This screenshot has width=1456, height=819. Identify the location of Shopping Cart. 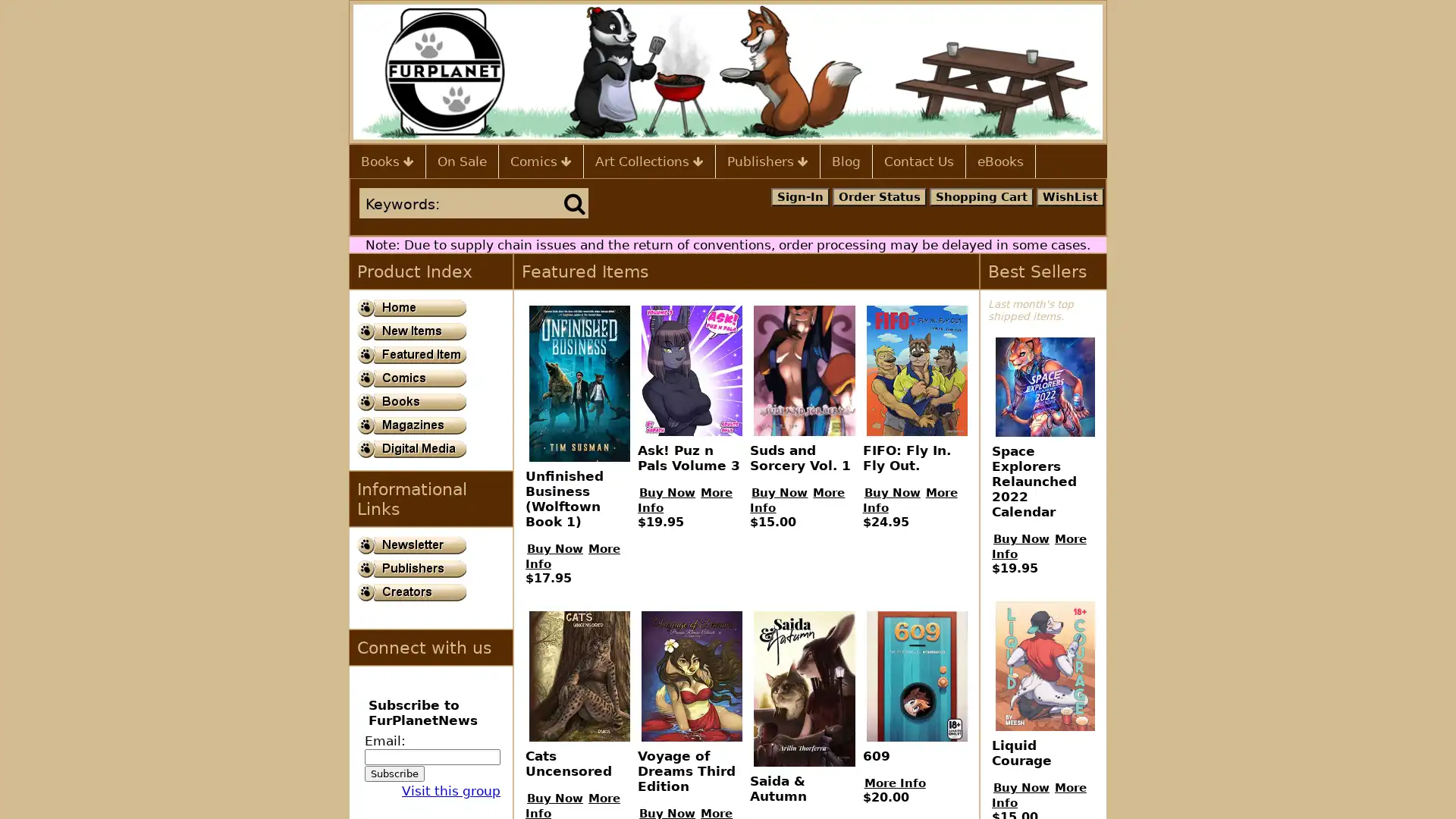
(981, 195).